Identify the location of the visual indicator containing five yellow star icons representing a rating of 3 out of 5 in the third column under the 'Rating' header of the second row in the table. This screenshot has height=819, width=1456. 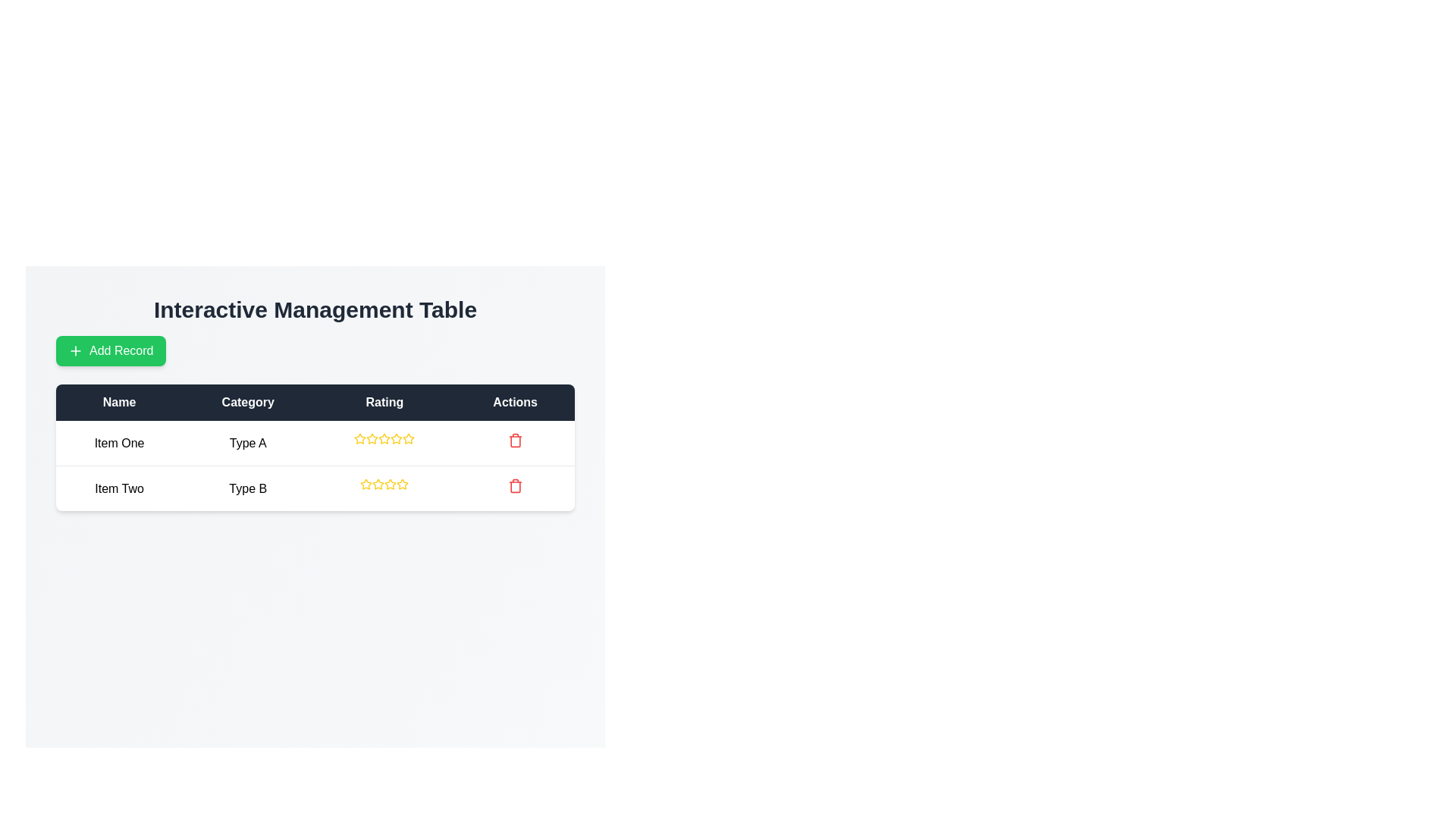
(384, 485).